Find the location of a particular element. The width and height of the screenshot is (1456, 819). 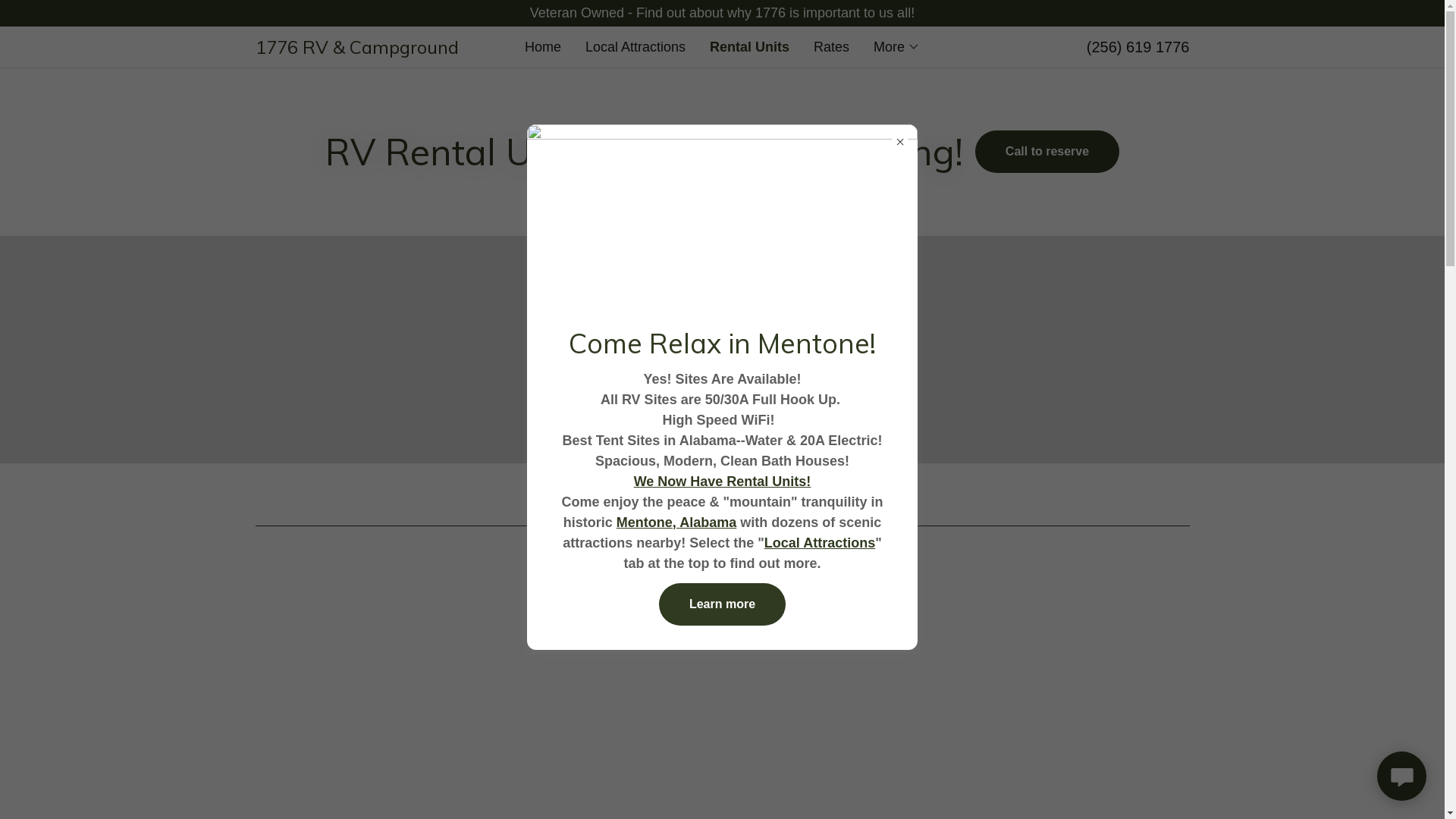

'Rates' is located at coordinates (808, 45).